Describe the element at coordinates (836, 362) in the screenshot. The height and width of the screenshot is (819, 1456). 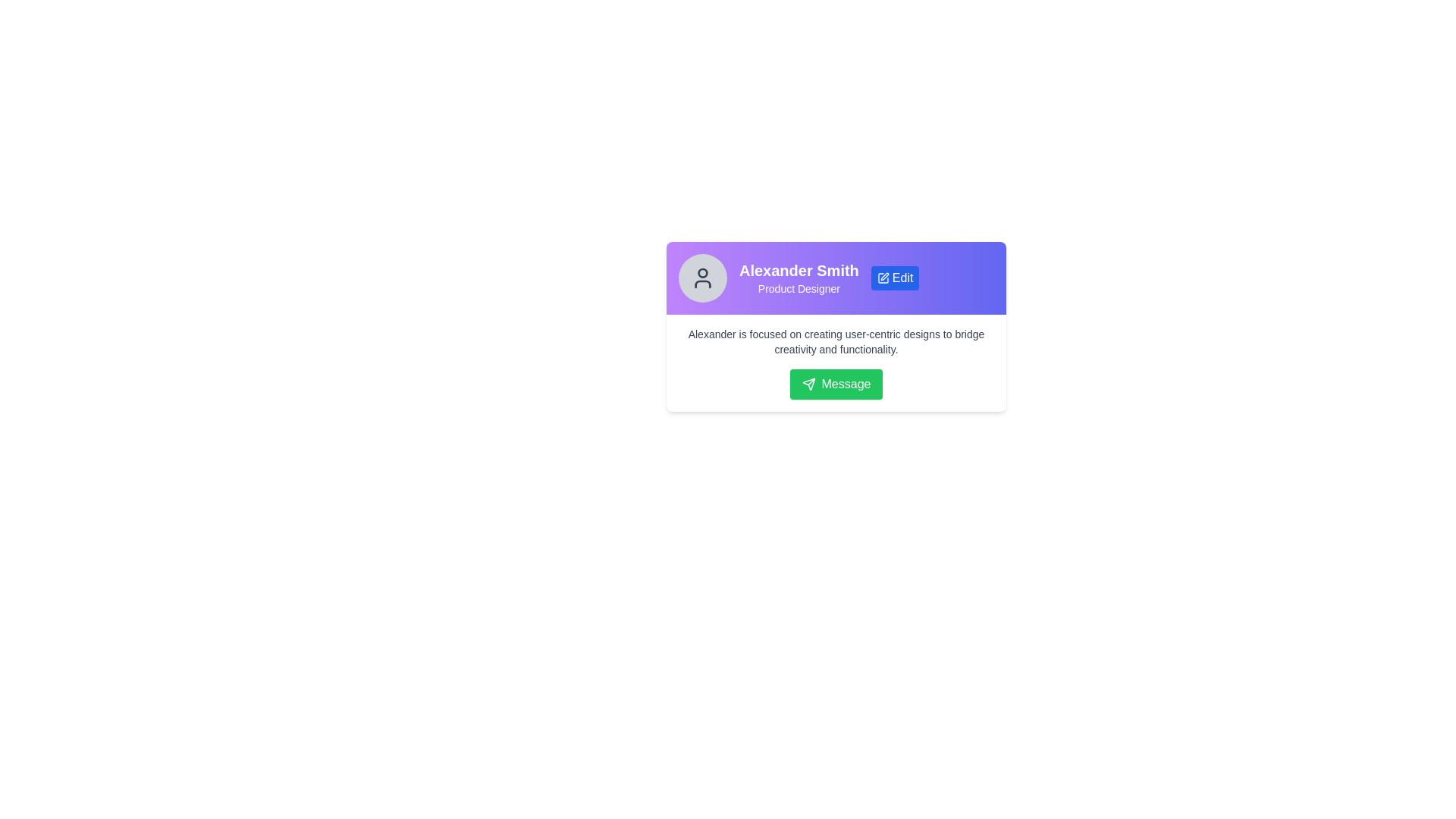
I see `the green 'Message' button located below the profile header to initiate a messaging action related to Alexander` at that location.